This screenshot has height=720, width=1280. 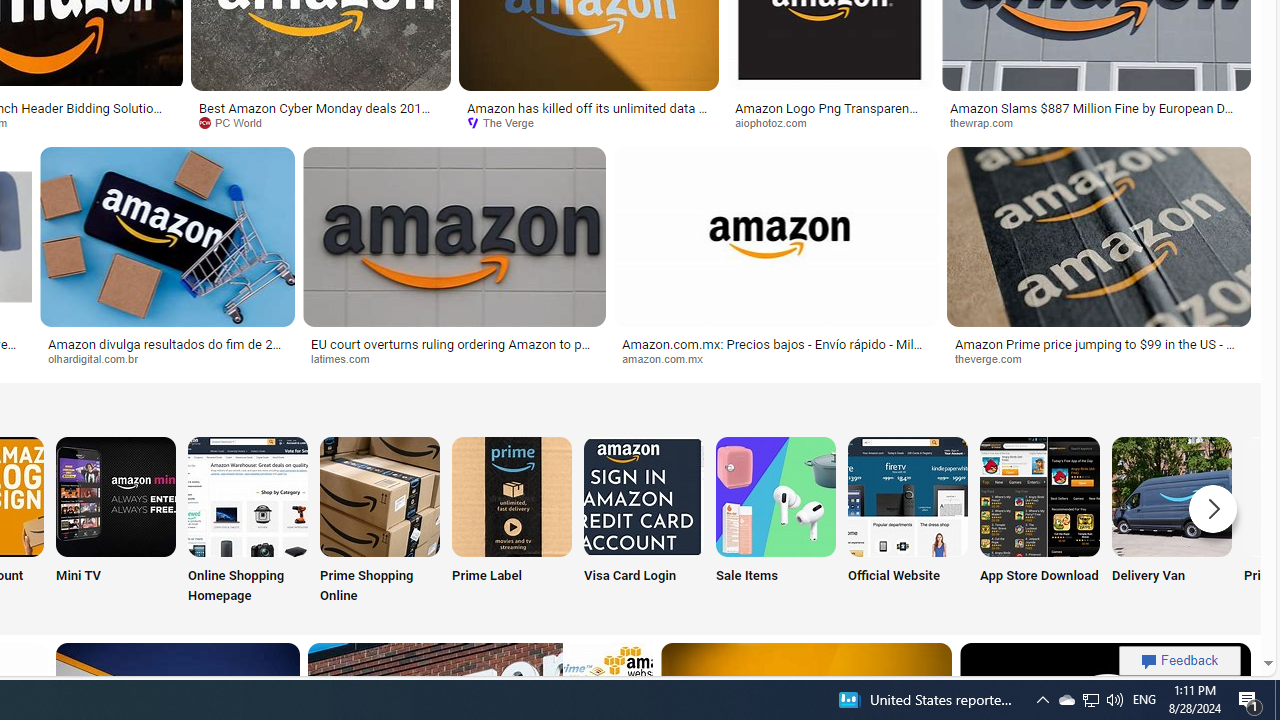 I want to click on 'Amazon App Store Download', so click(x=1040, y=495).